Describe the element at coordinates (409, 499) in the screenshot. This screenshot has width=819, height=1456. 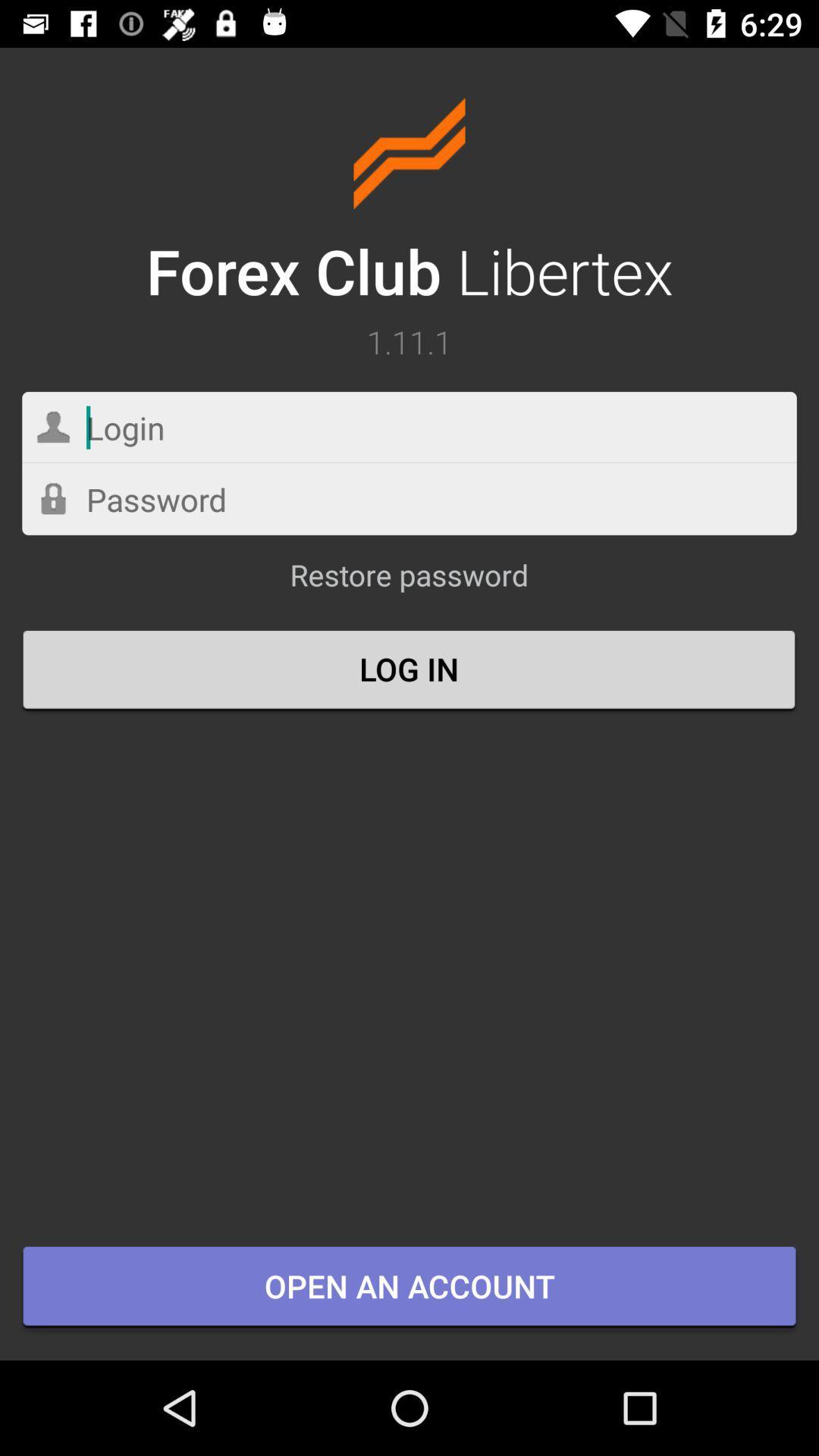
I see `account created` at that location.